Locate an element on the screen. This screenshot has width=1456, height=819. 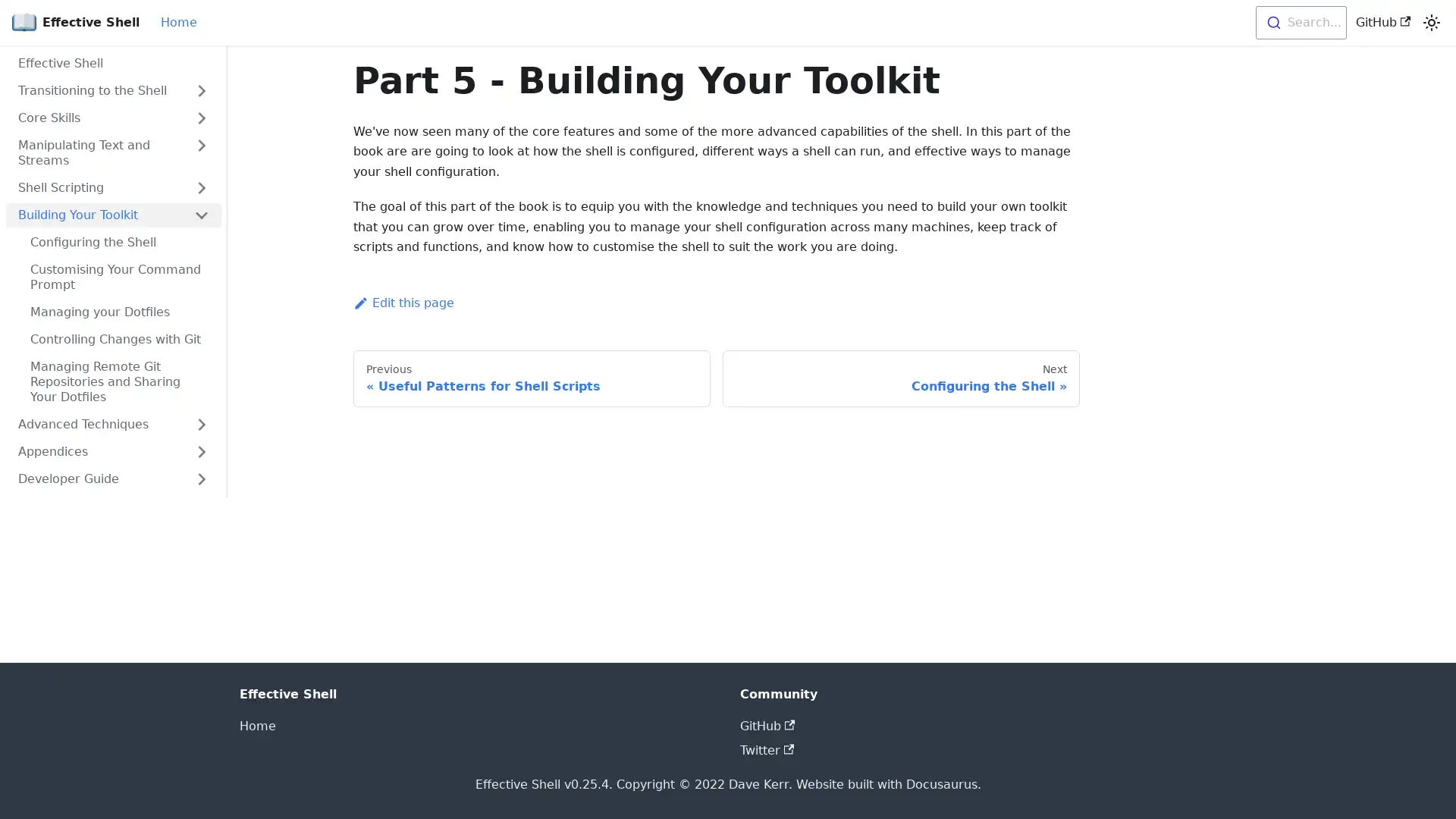
Toggle the collapsible sidebar category 'Building Your Toolkit' is located at coordinates (200, 215).